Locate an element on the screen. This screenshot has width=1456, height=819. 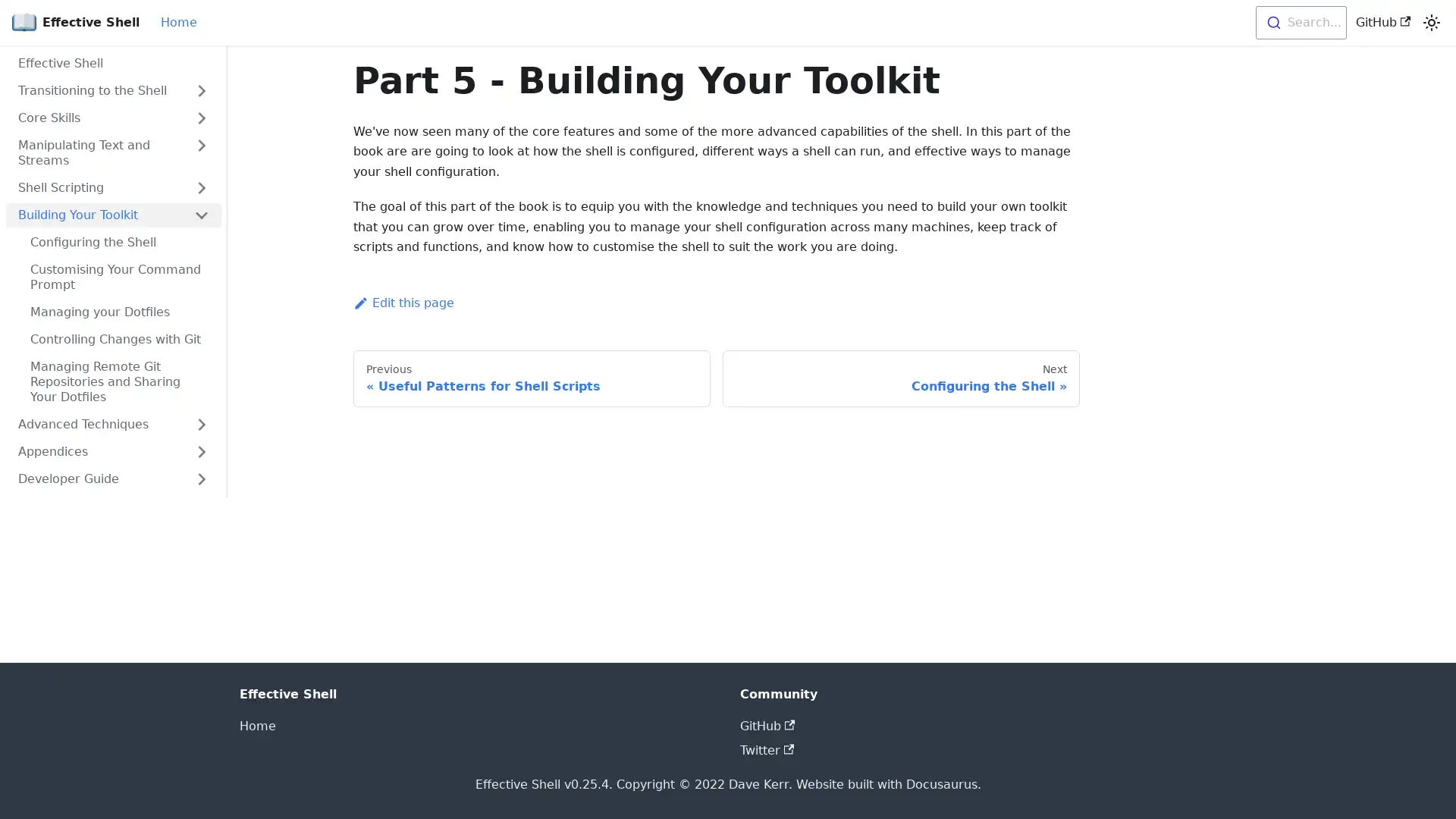
Toggle the collapsible sidebar category 'Building Your Toolkit' is located at coordinates (200, 215).